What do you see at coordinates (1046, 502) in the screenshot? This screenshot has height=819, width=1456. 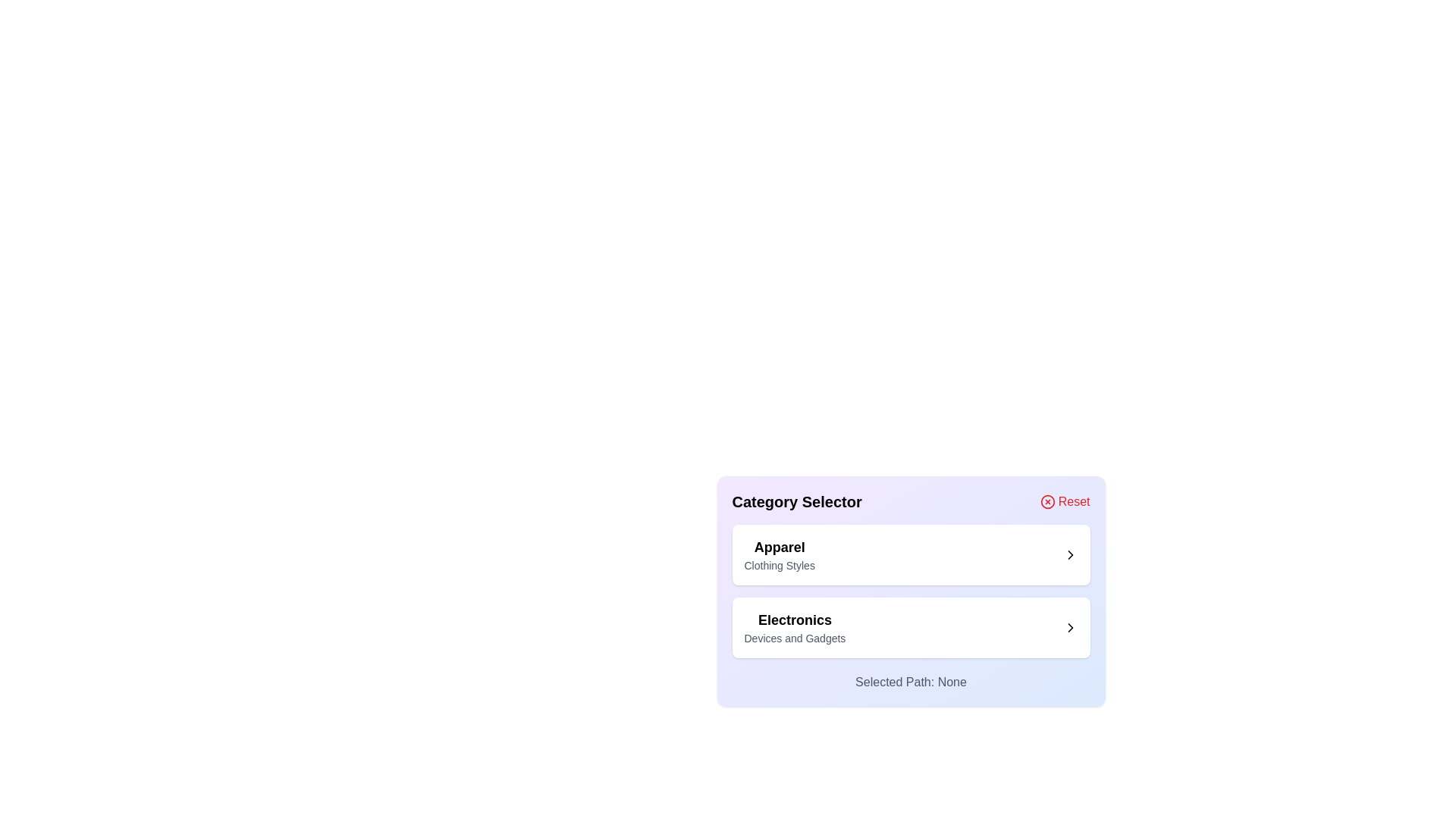 I see `the circular 'X' icon located at the top right corner of the 'Category Selector' interface` at bounding box center [1046, 502].